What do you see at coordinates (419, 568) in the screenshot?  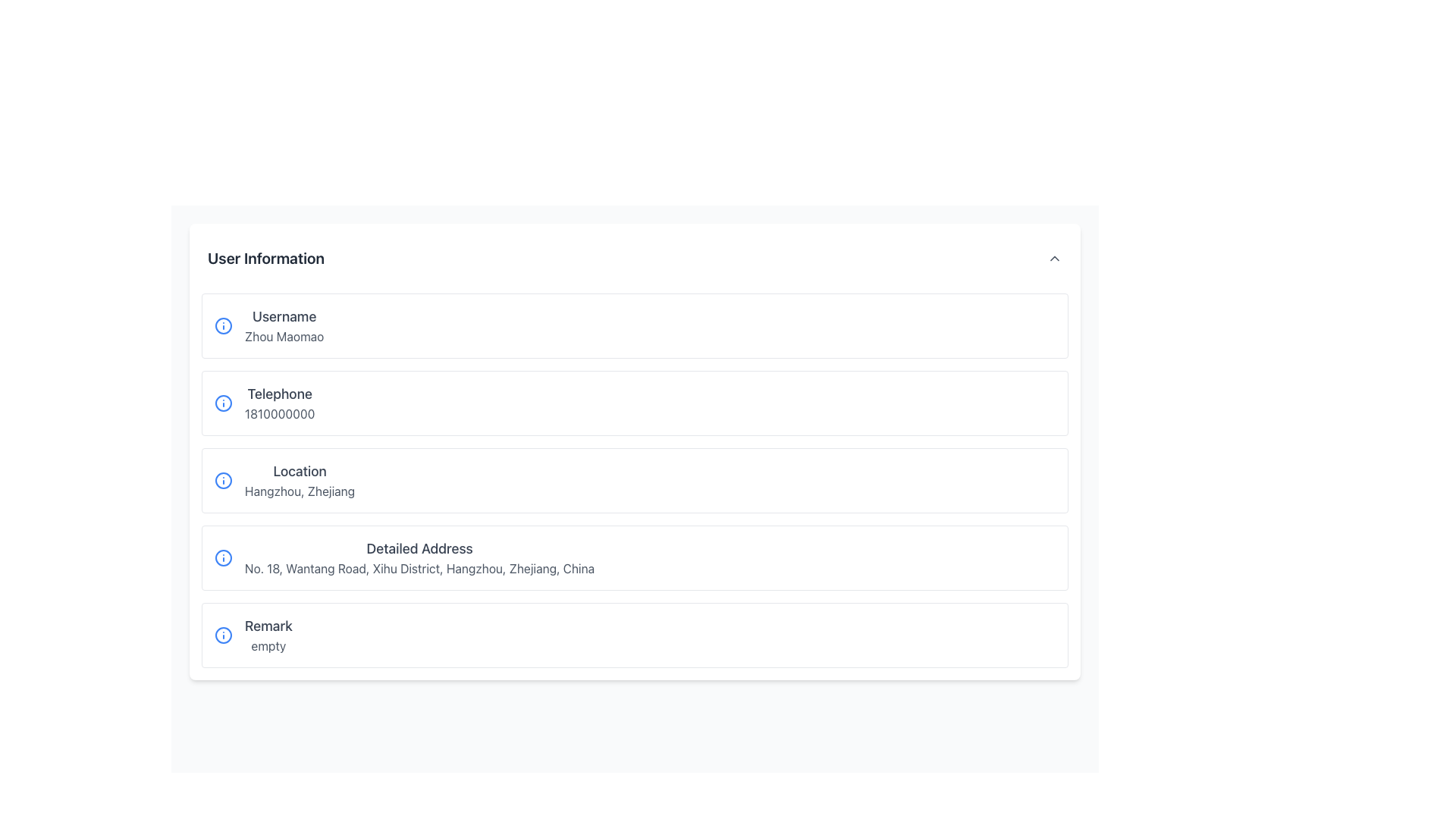 I see `the Text Display element that shows the user's detailed address, located directly below the 'Detailed Address' label` at bounding box center [419, 568].